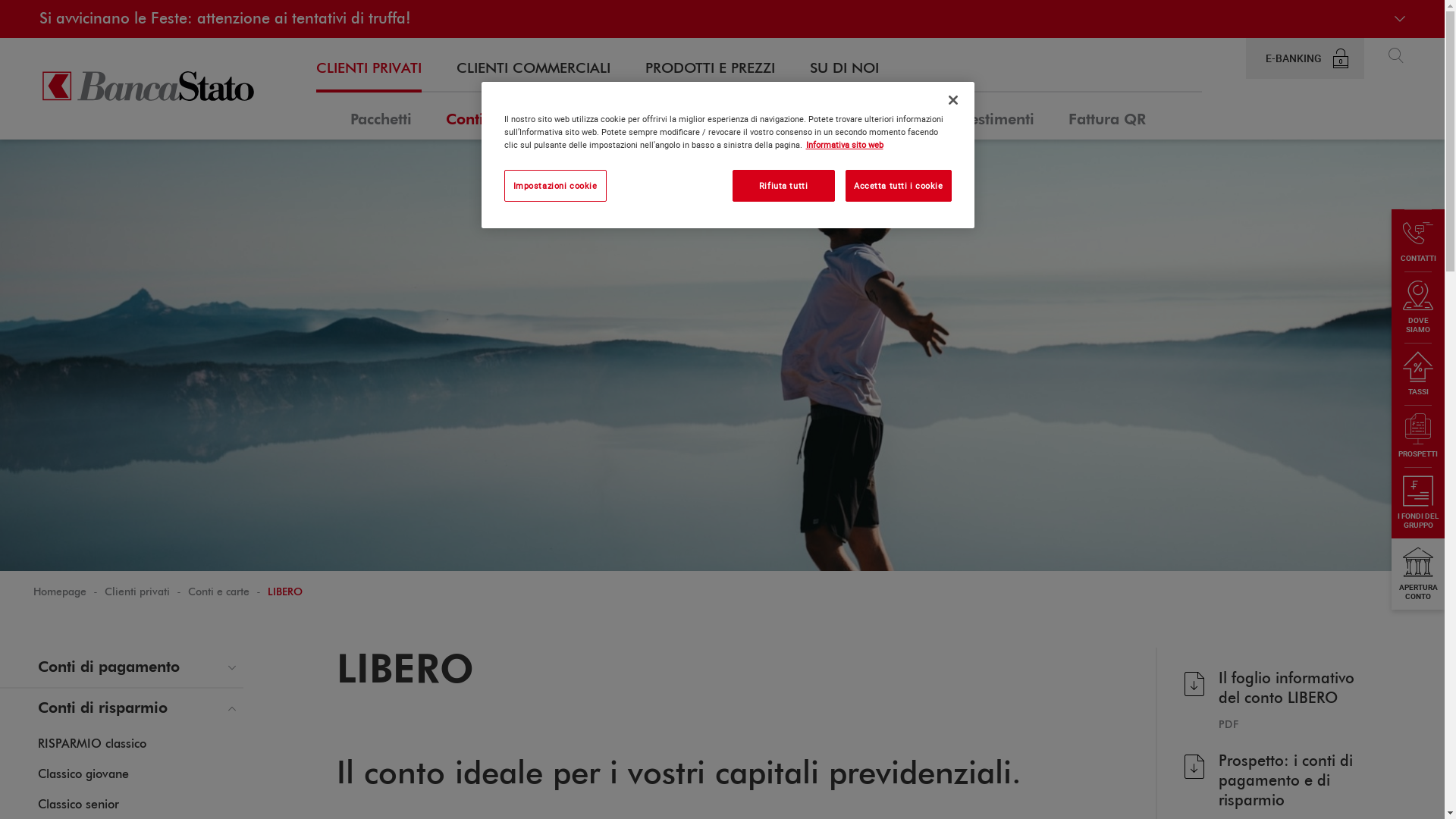  I want to click on 'RISPARMIO classico', so click(91, 744).